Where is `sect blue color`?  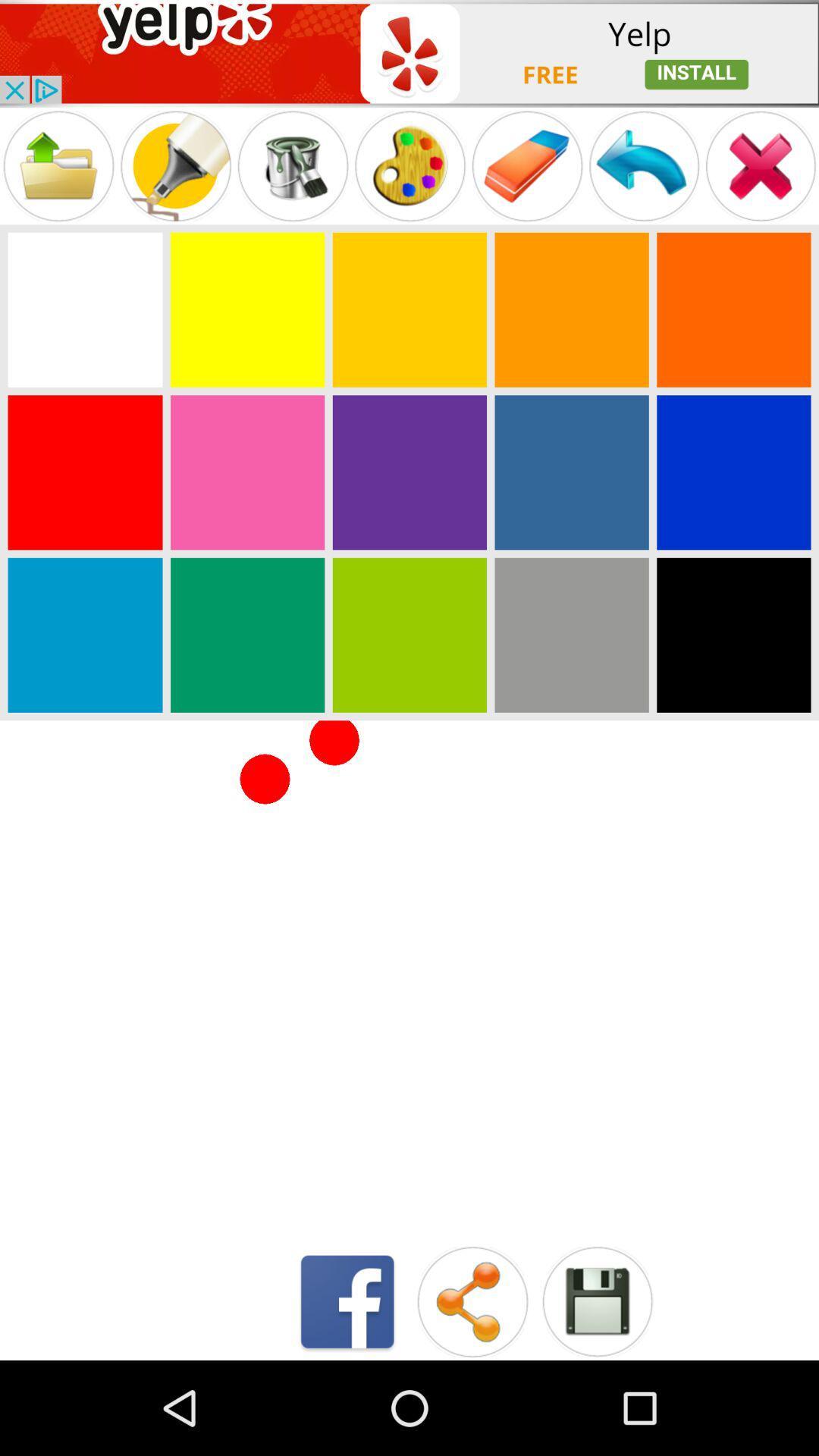 sect blue color is located at coordinates (733, 472).